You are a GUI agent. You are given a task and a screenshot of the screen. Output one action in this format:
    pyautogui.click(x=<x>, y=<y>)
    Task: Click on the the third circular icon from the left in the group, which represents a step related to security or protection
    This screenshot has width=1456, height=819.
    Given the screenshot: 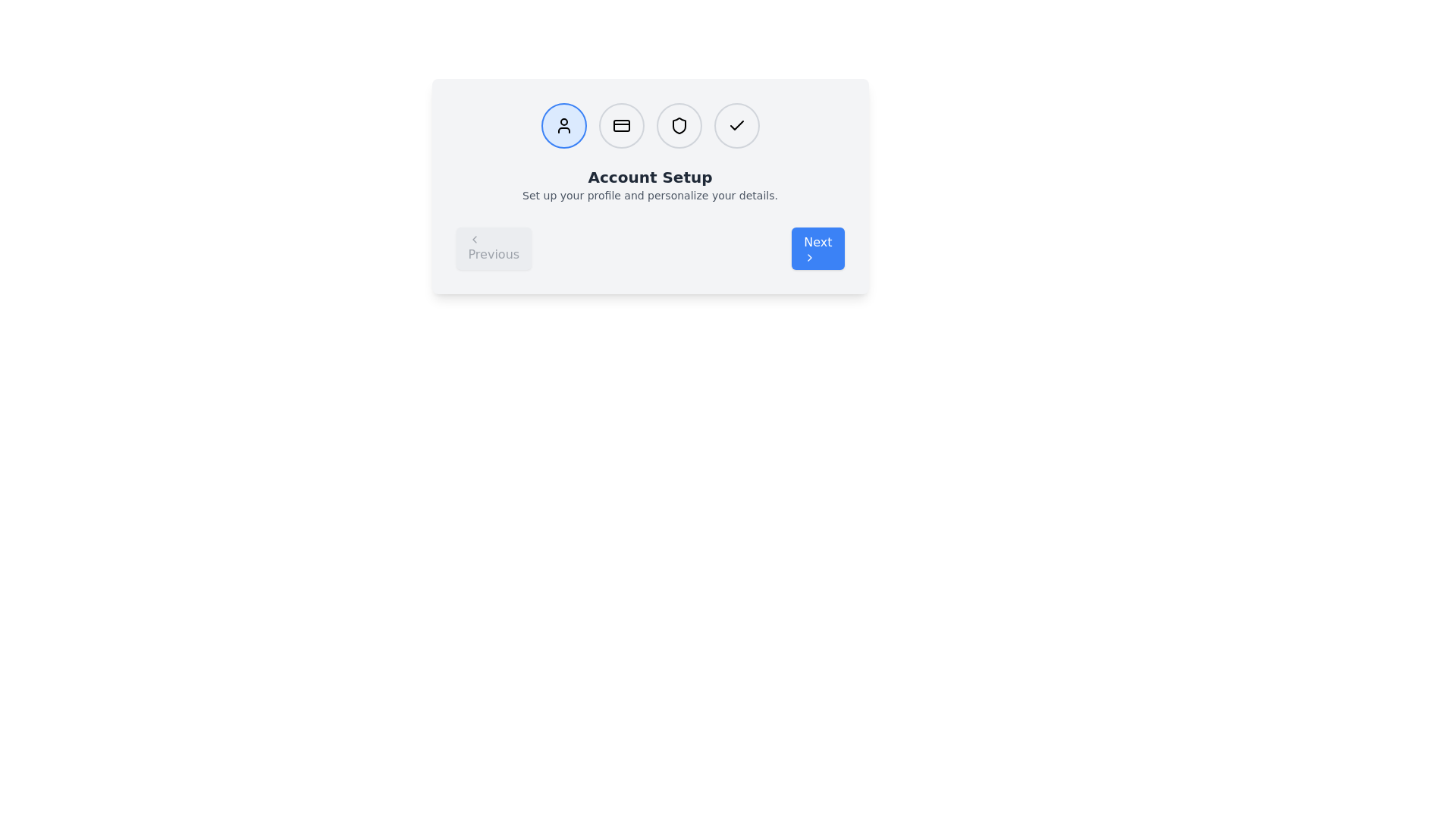 What is the action you would take?
    pyautogui.click(x=678, y=124)
    